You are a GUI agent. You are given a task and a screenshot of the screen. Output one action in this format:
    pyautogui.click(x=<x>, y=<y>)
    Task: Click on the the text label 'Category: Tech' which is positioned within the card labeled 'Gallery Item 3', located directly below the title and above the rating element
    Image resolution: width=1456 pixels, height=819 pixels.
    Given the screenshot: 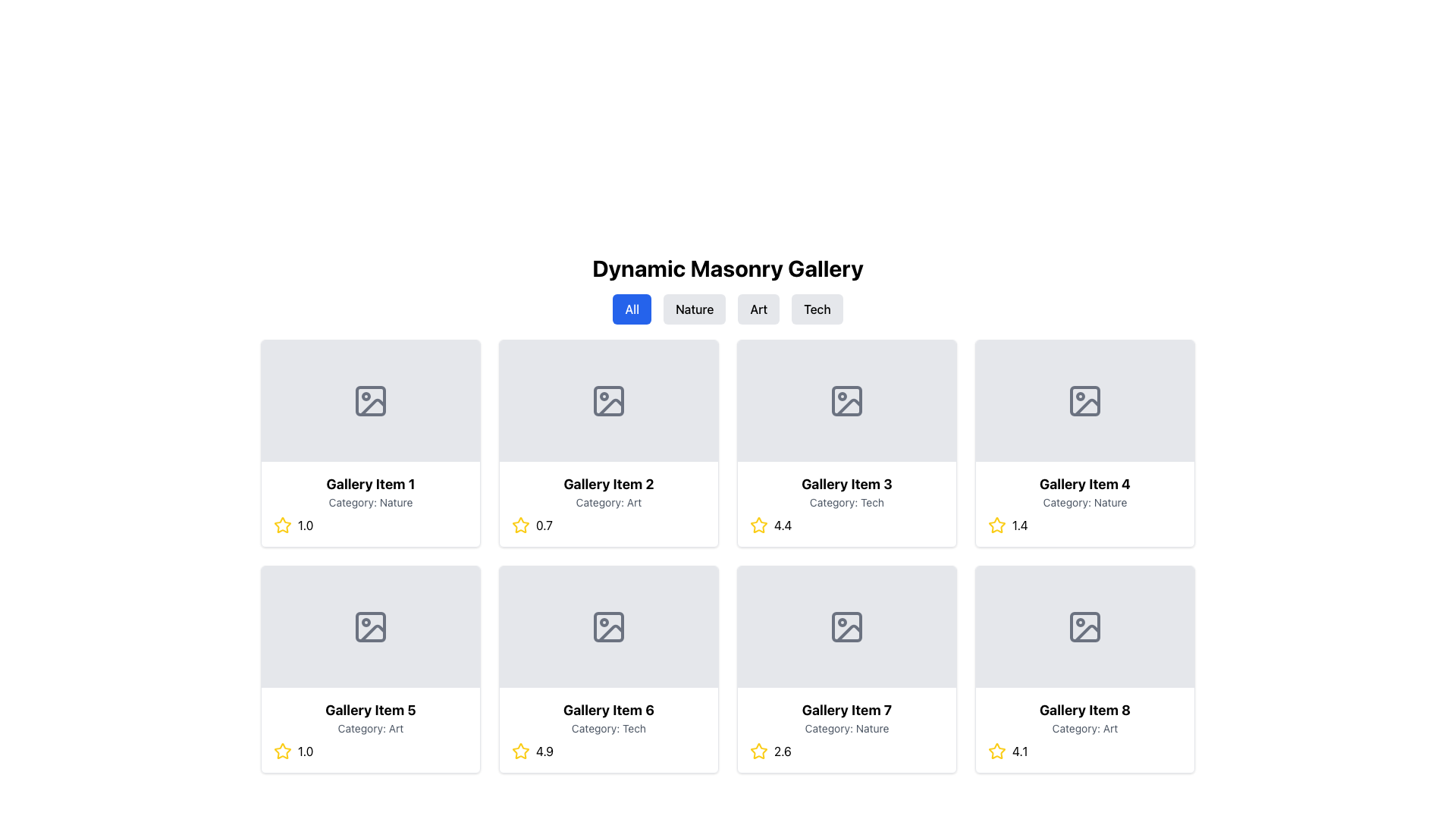 What is the action you would take?
    pyautogui.click(x=846, y=503)
    